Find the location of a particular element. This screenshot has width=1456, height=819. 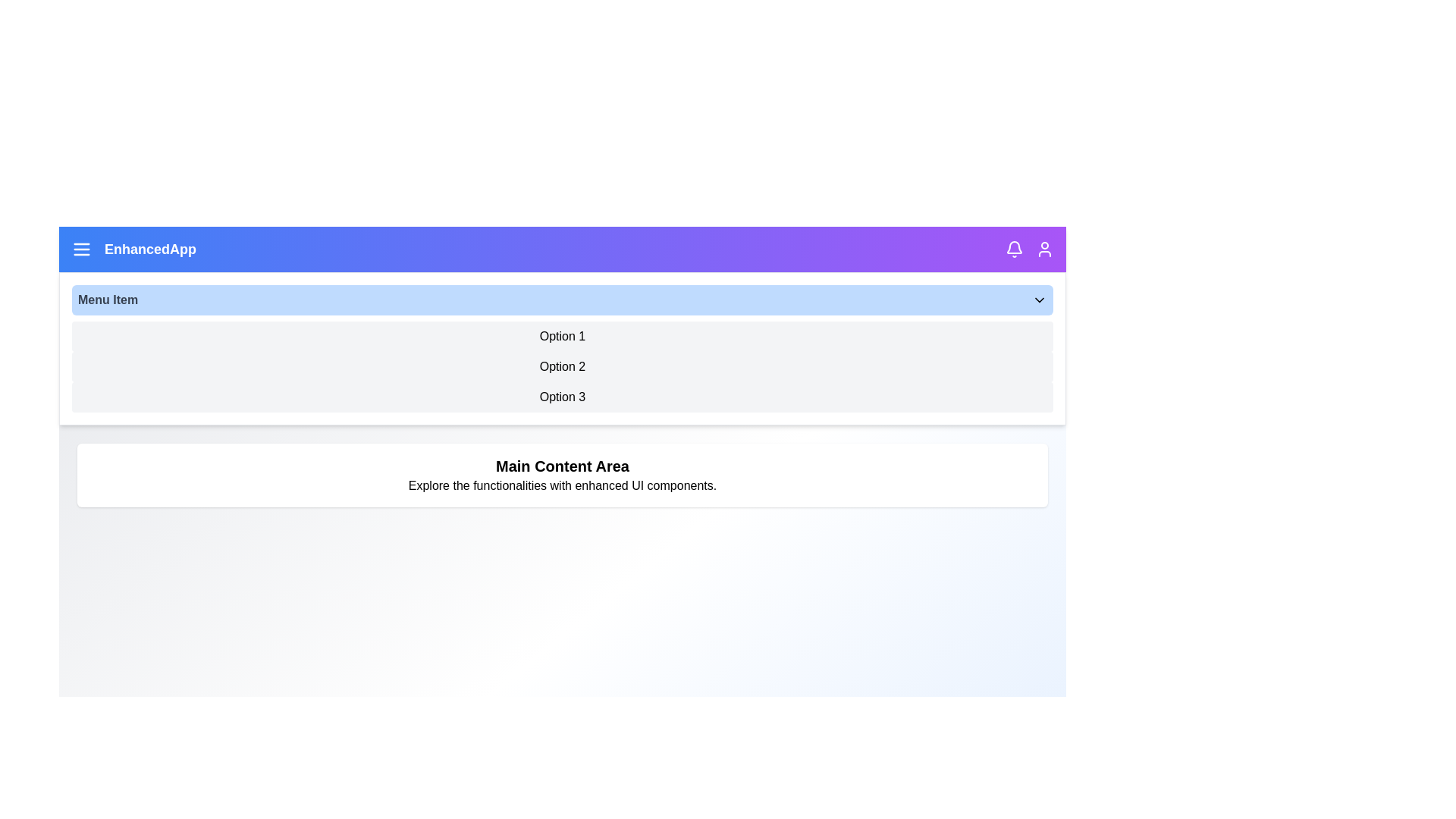

the dropdown option Option 2 is located at coordinates (562, 366).